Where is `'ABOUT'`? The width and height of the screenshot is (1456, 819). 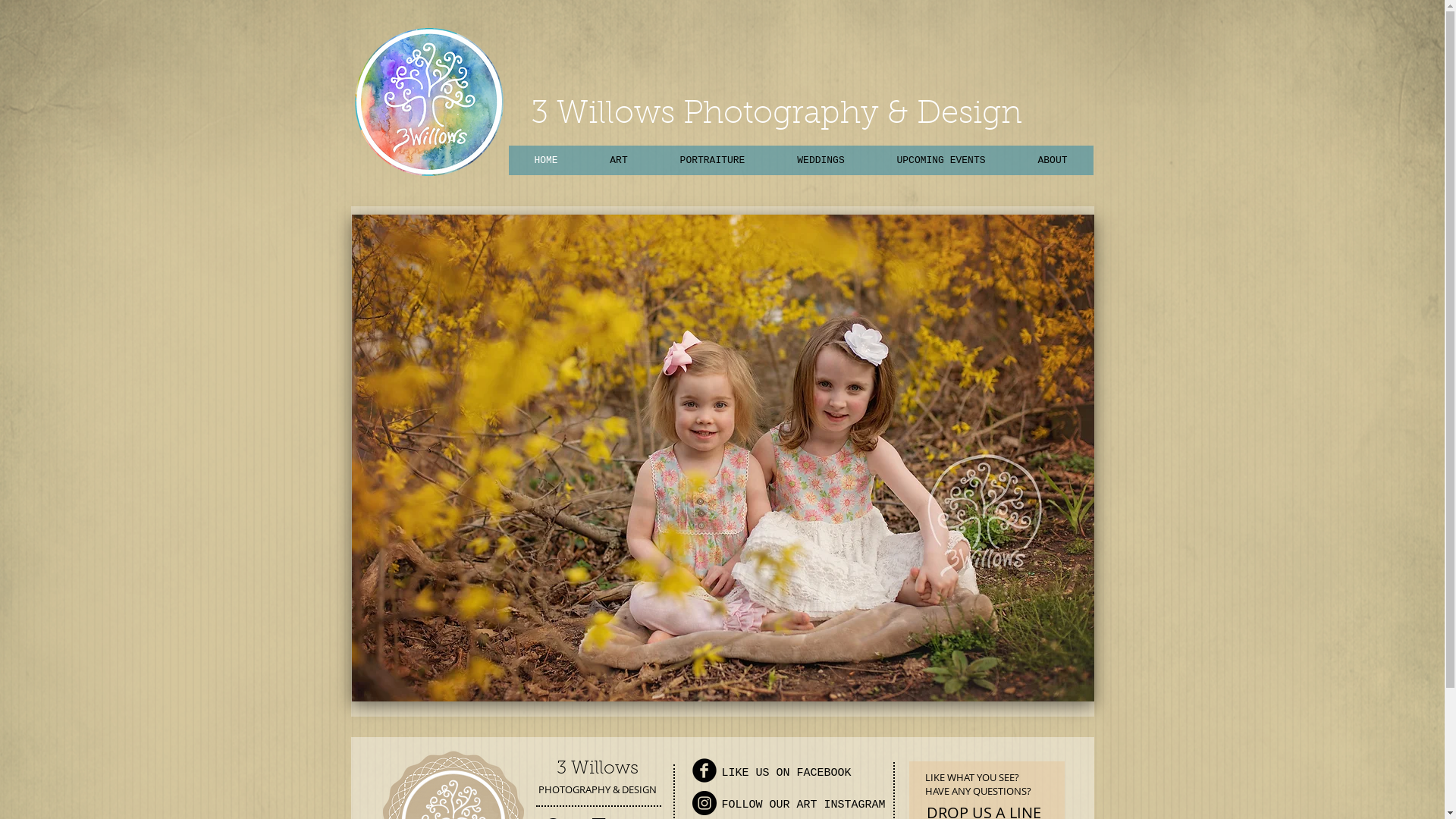
'ABOUT' is located at coordinates (1051, 160).